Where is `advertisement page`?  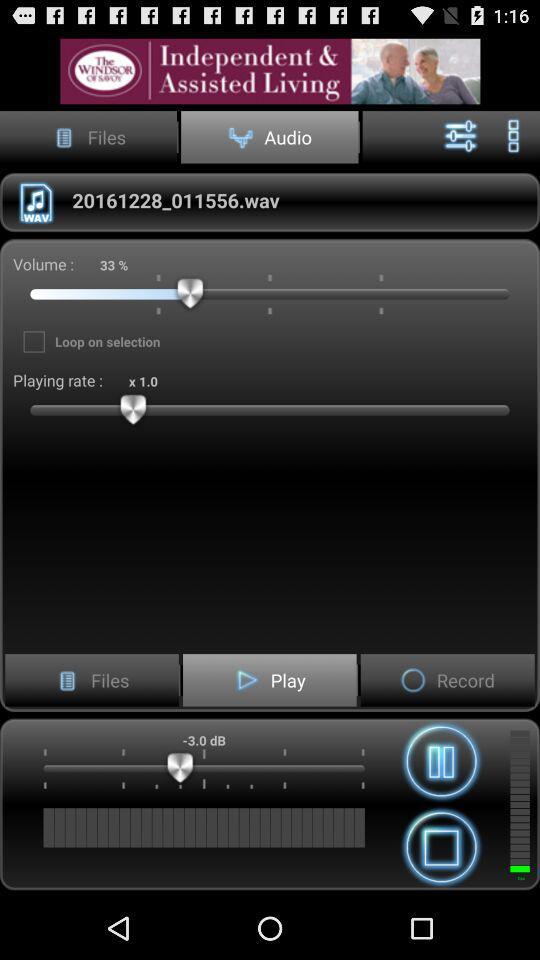 advertisement page is located at coordinates (270, 71).